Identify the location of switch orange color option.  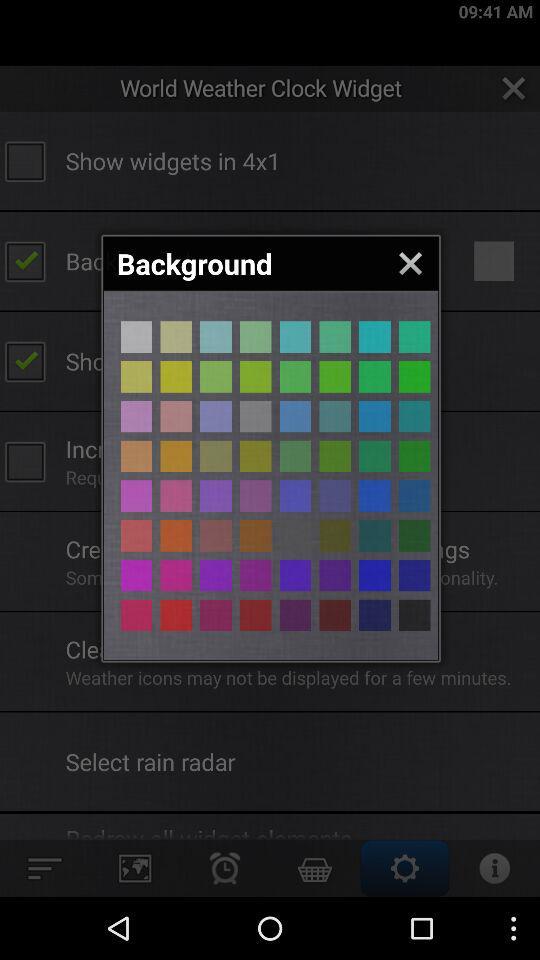
(335, 534).